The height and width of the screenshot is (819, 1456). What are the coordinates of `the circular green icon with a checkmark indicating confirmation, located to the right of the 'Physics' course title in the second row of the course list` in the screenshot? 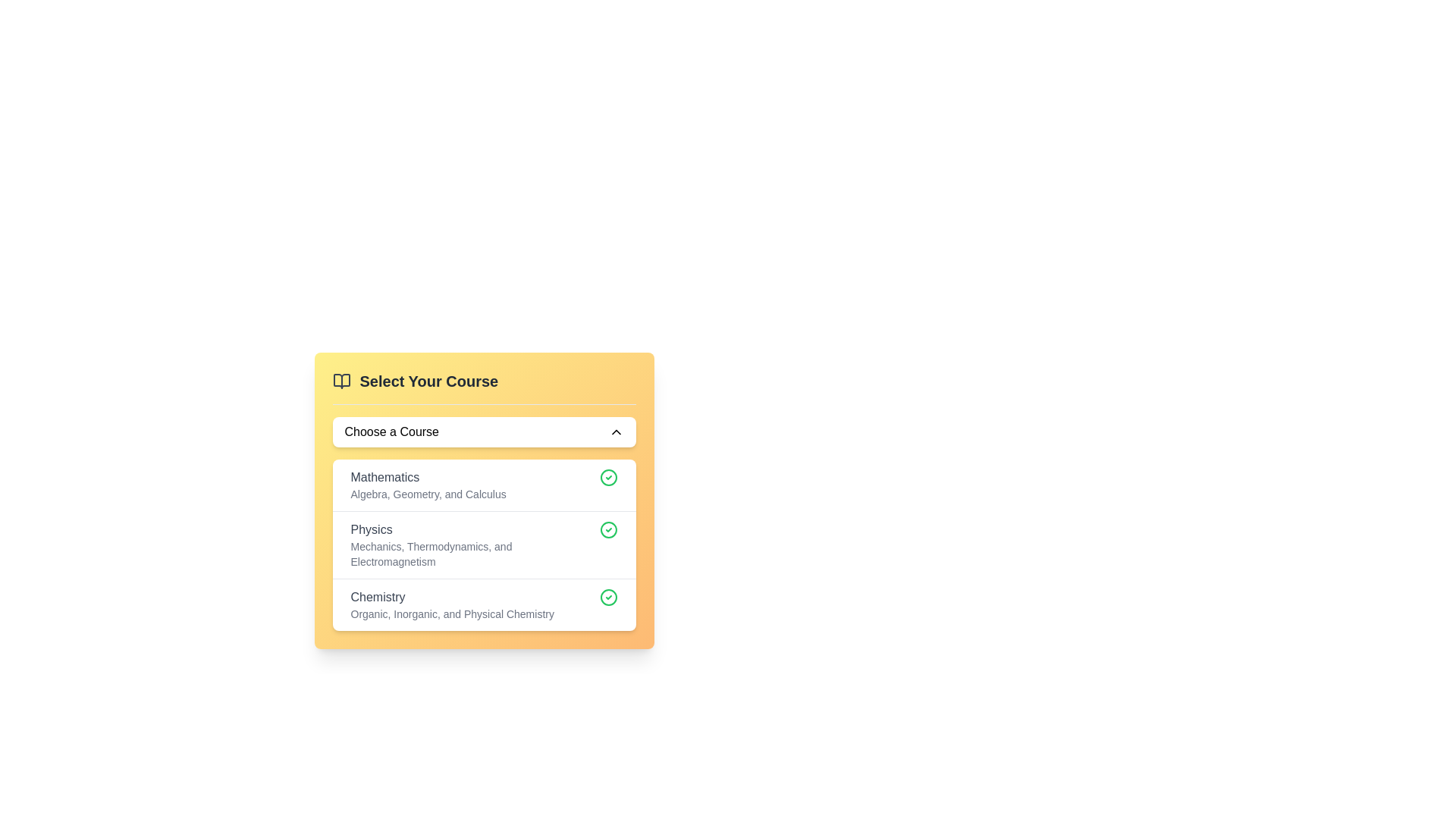 It's located at (608, 476).